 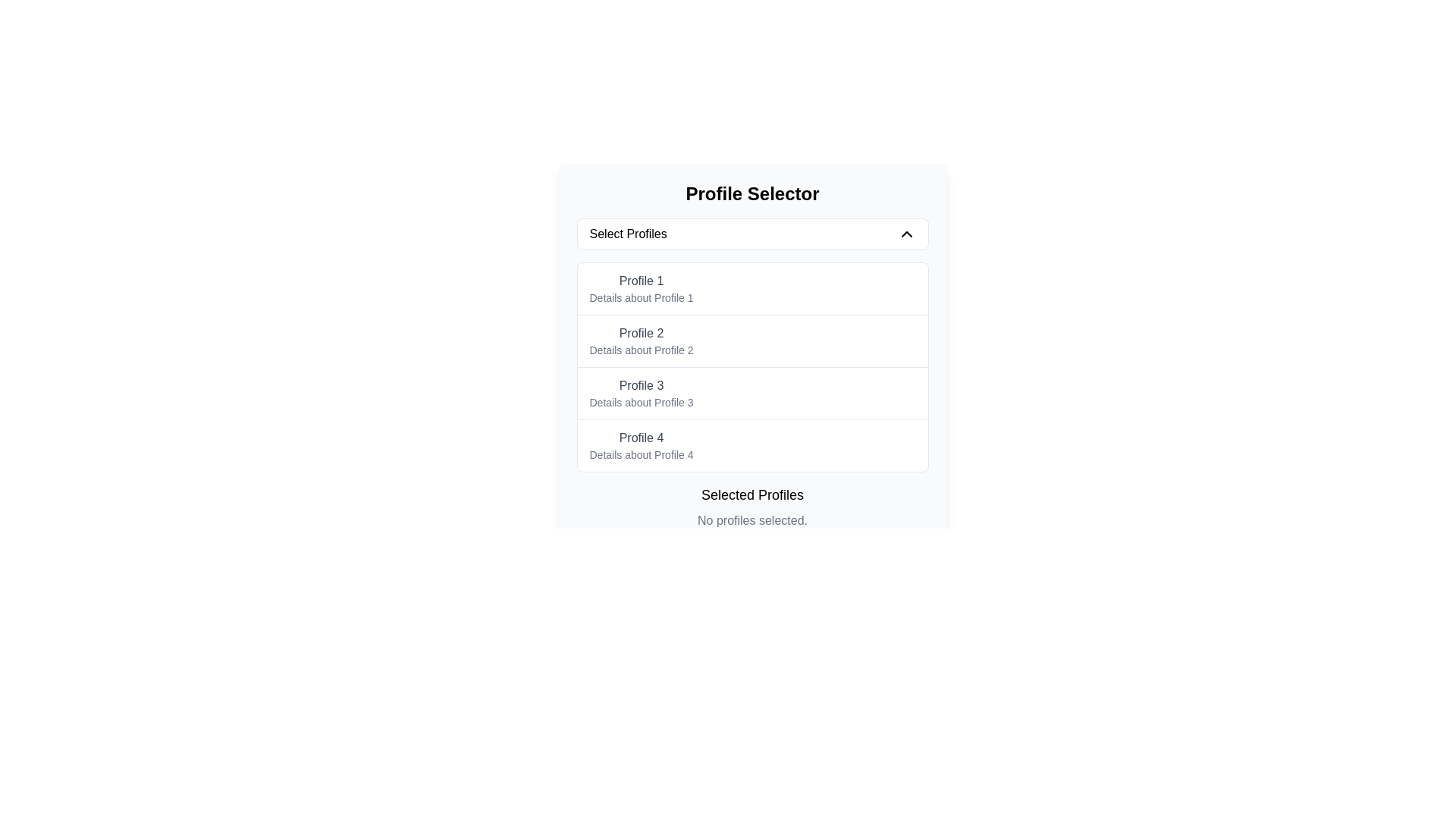 What do you see at coordinates (641, 281) in the screenshot?
I see `the text label displaying 'Profile 1', which is styled with a medium-weight font and gray color, located at the top of the profile list` at bounding box center [641, 281].